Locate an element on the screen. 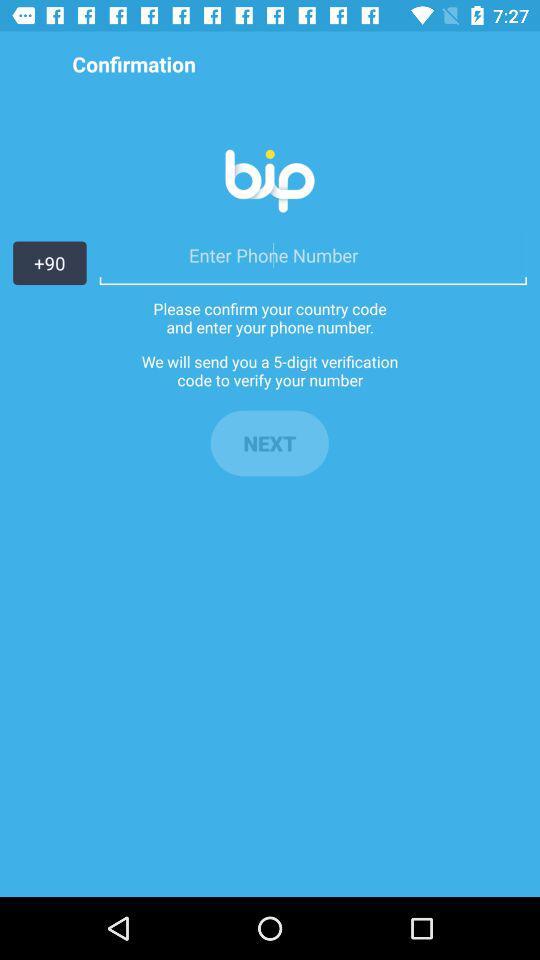 The height and width of the screenshot is (960, 540). the next item is located at coordinates (269, 443).